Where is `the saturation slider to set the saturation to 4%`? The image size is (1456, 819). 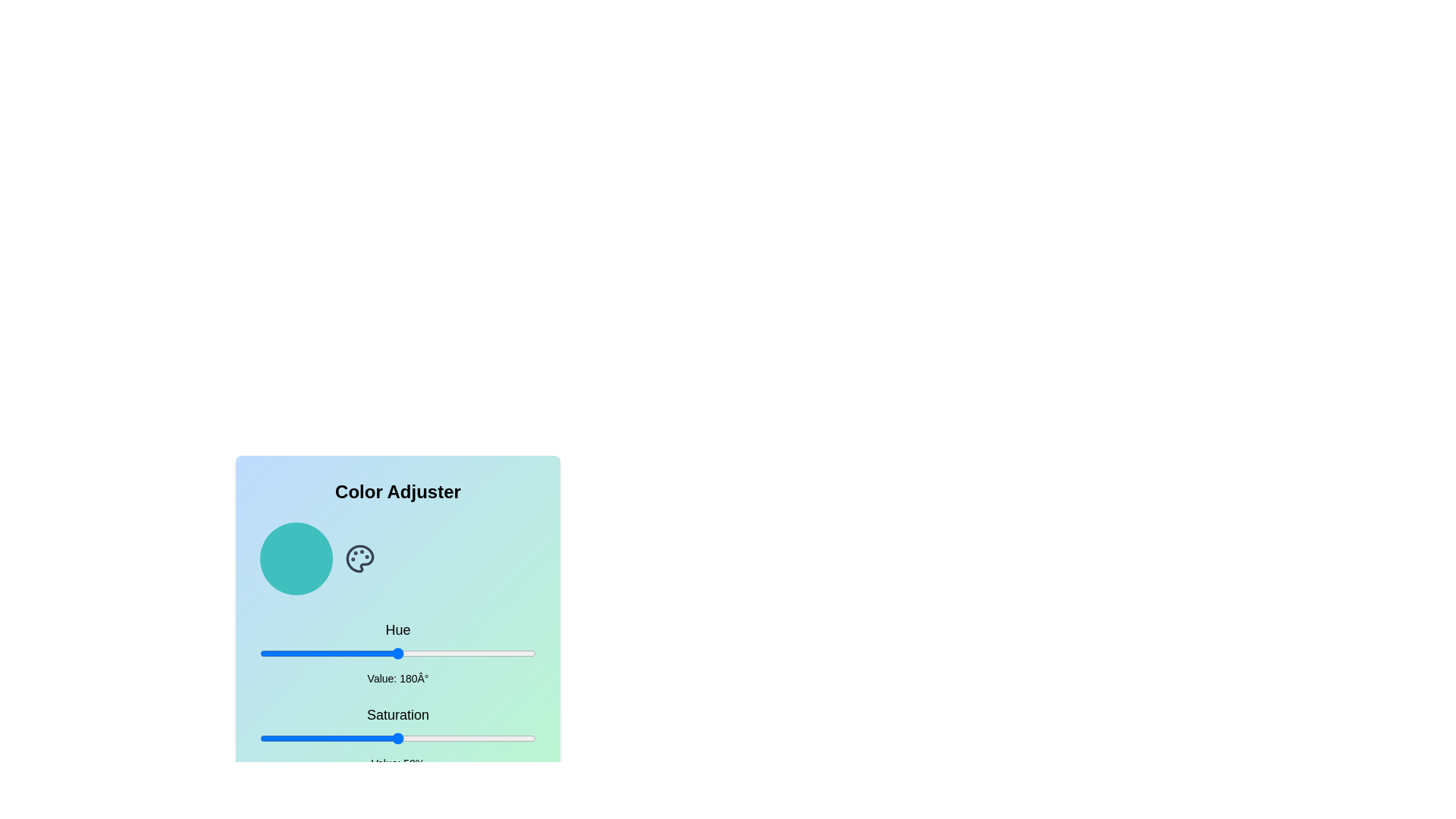 the saturation slider to set the saturation to 4% is located at coordinates (271, 738).